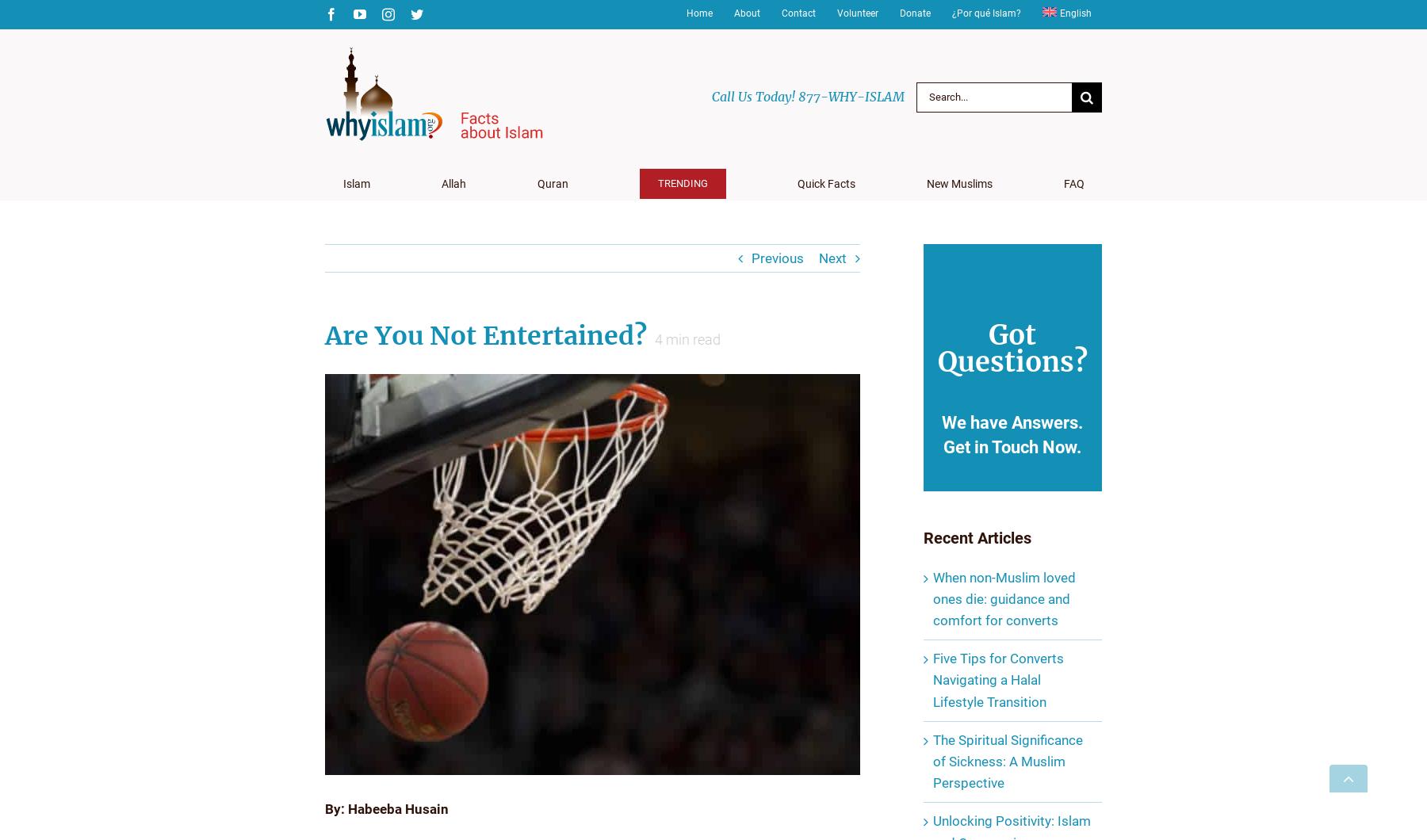 The width and height of the screenshot is (1427, 840). What do you see at coordinates (385, 808) in the screenshot?
I see `'By: Habeeba Husain'` at bounding box center [385, 808].